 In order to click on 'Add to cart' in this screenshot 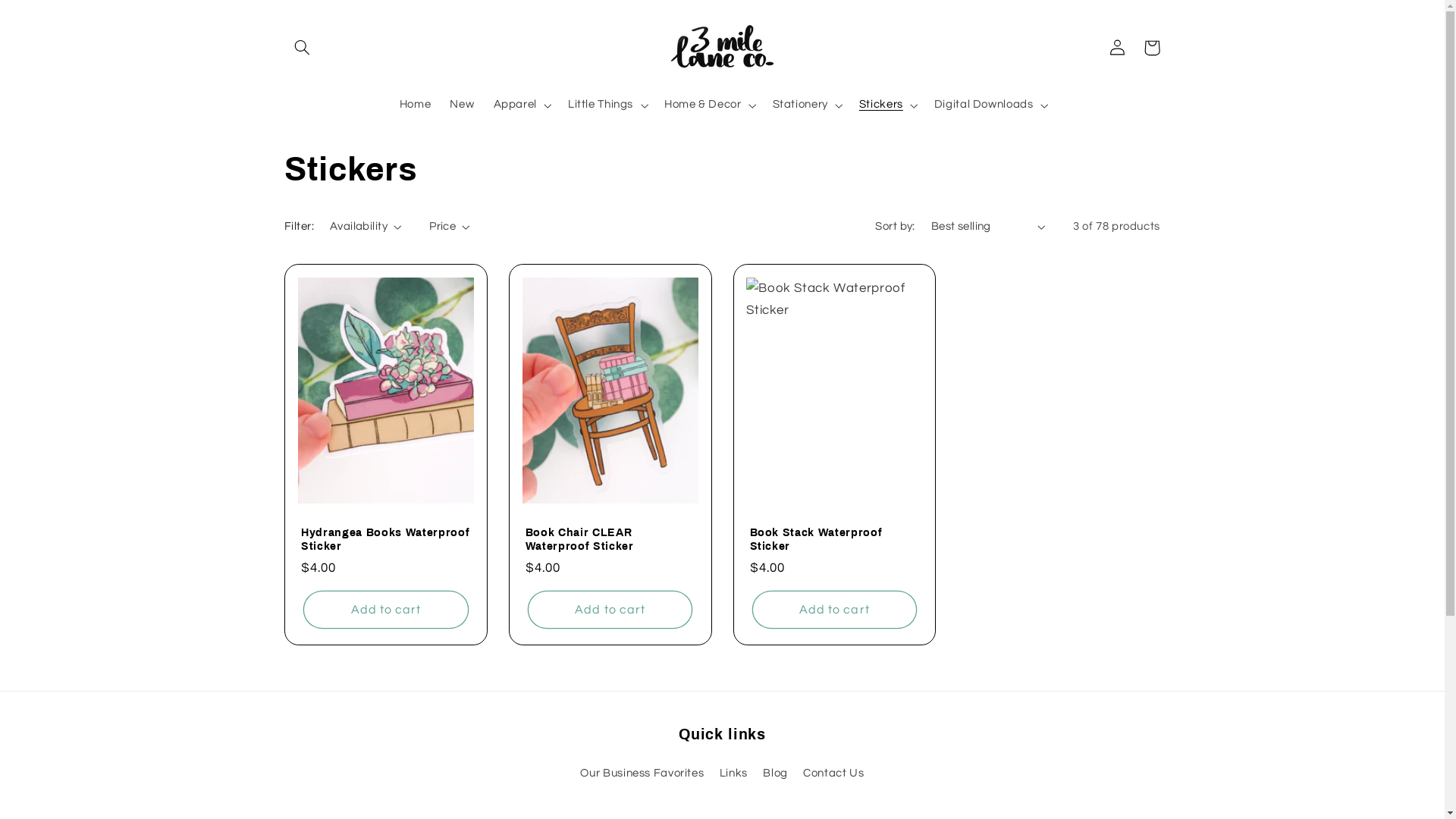, I will do `click(833, 608)`.